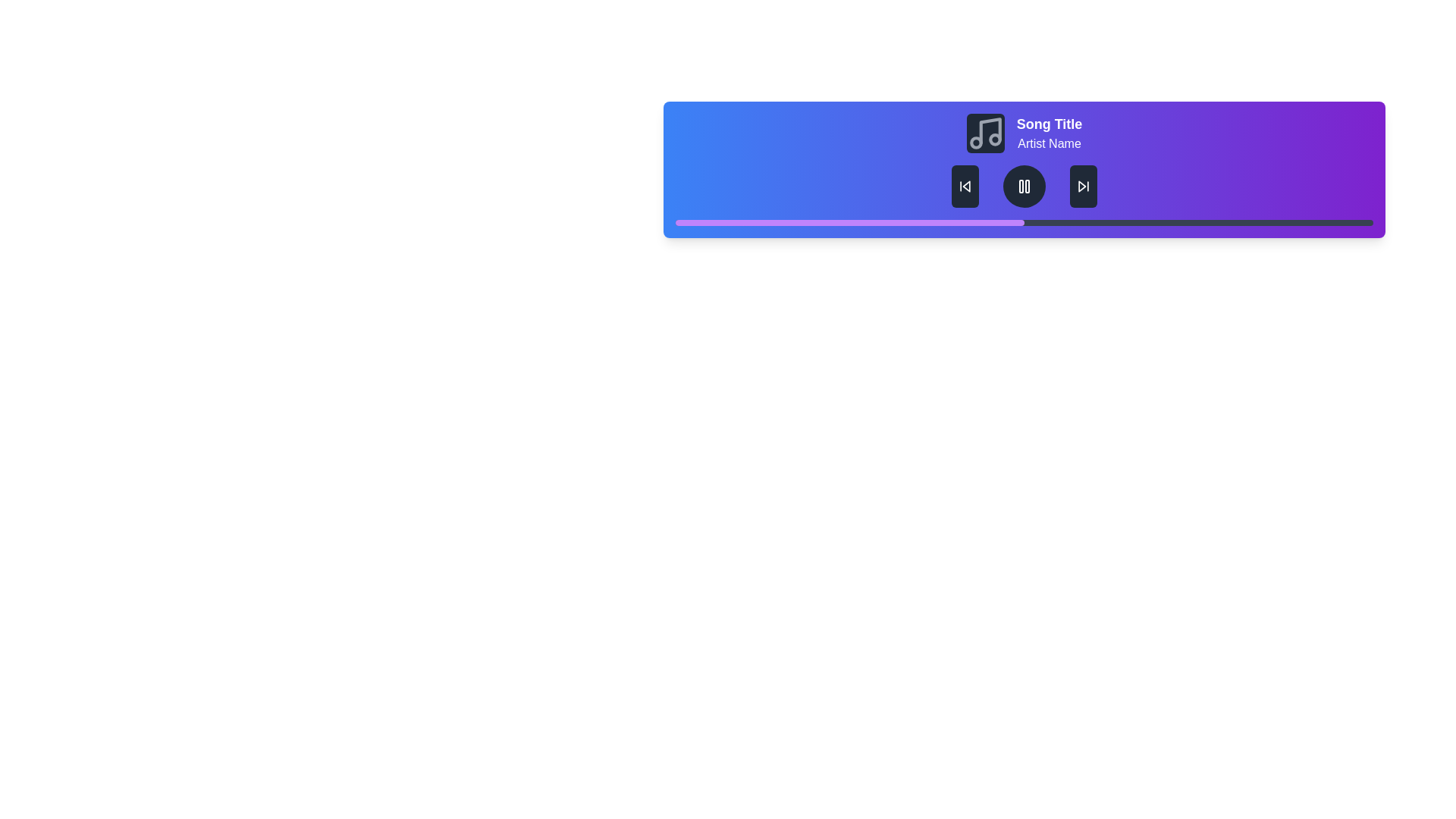  What do you see at coordinates (995, 140) in the screenshot?
I see `the Decorative Circle element within the SVG Graphic, which is the third circular shape positioned to the right of the other two circles in the music icon` at bounding box center [995, 140].